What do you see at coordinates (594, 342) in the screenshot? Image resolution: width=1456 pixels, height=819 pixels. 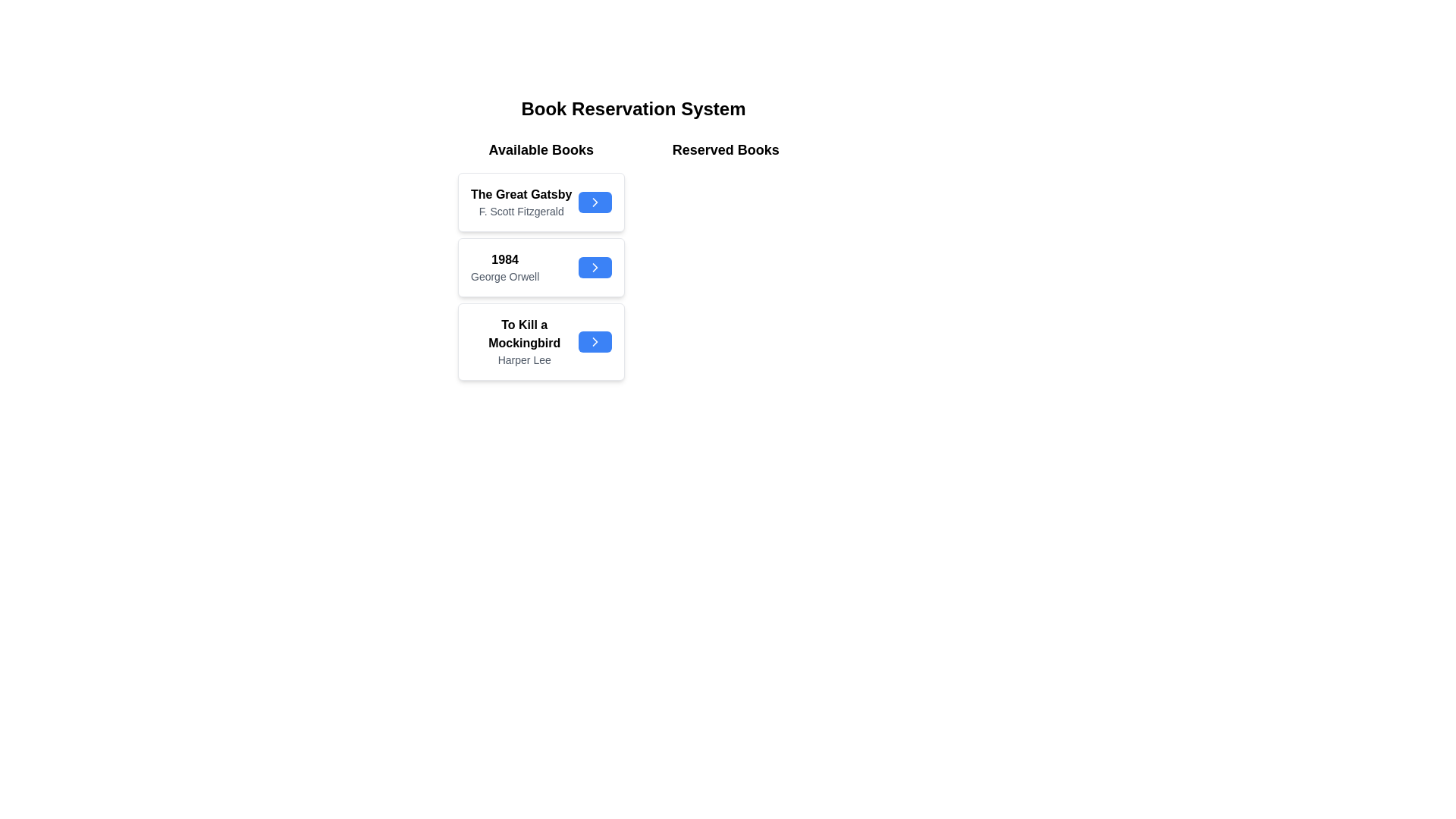 I see `the right-facing chevron icon styled in white that is located within the blue circular button of the third book listing titled 'To Kill a Mockingbird'` at bounding box center [594, 342].